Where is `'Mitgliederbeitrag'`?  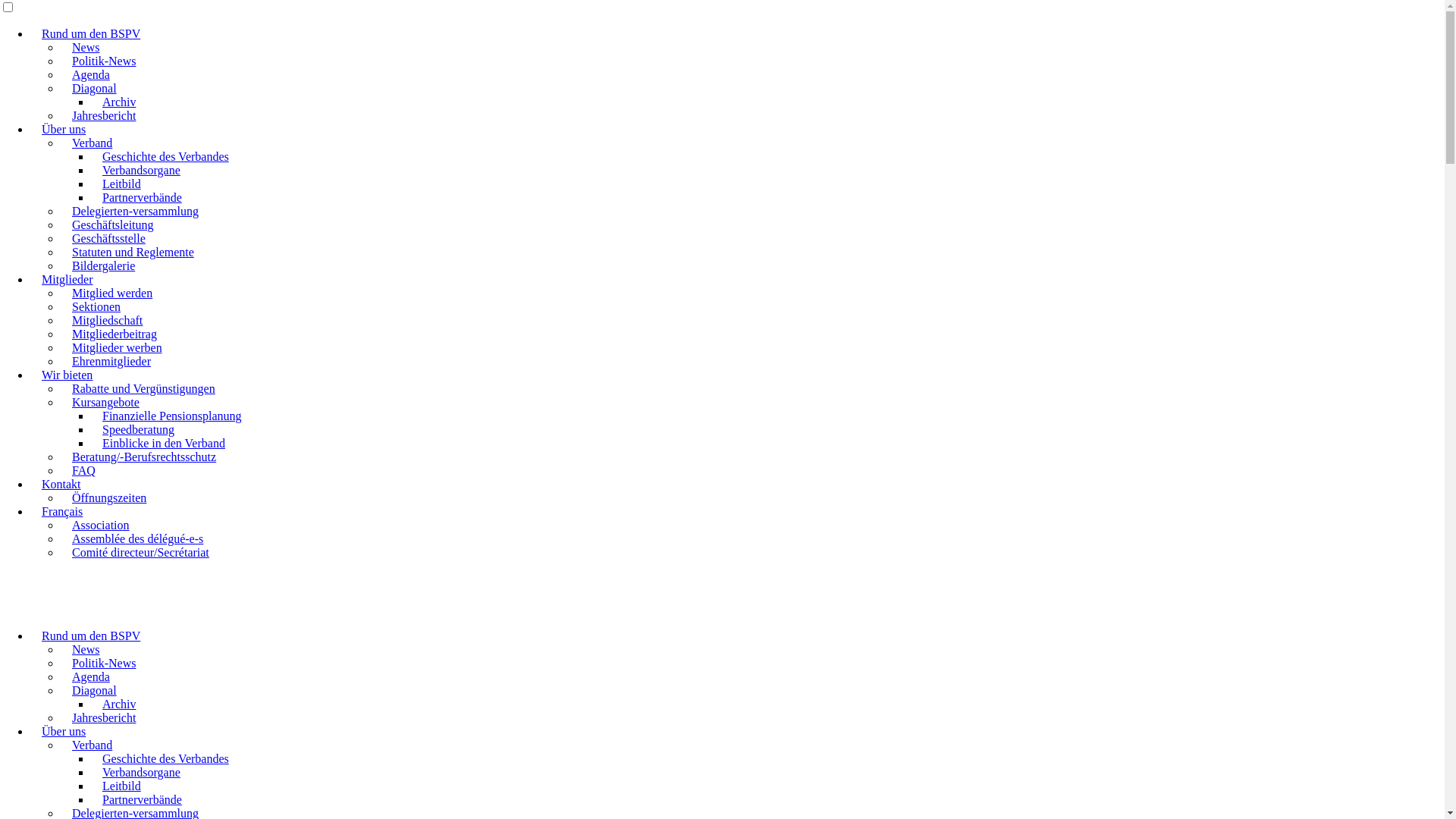 'Mitgliederbeitrag' is located at coordinates (61, 333).